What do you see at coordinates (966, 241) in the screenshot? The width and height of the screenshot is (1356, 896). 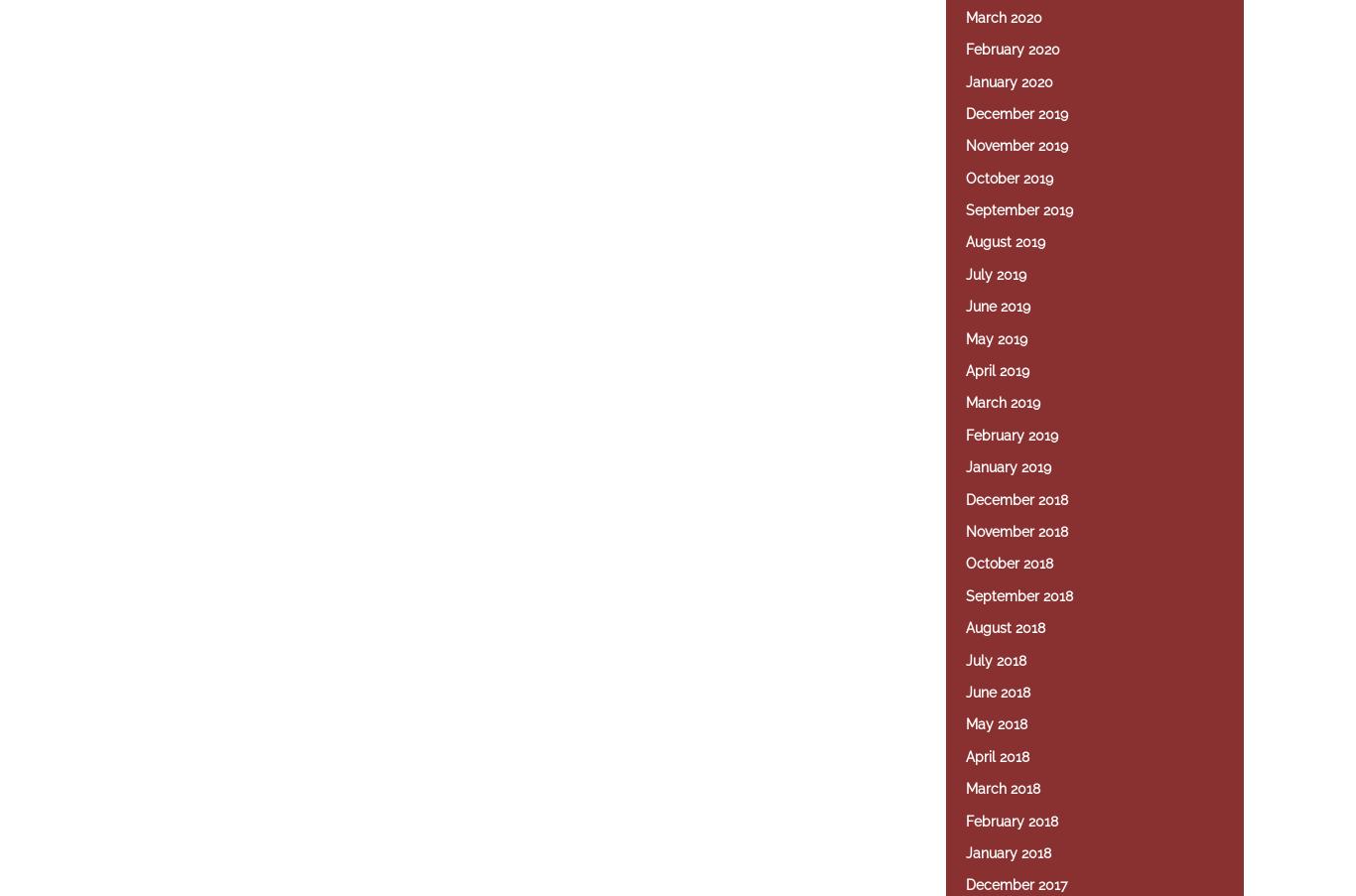 I see `'August 2019'` at bounding box center [966, 241].